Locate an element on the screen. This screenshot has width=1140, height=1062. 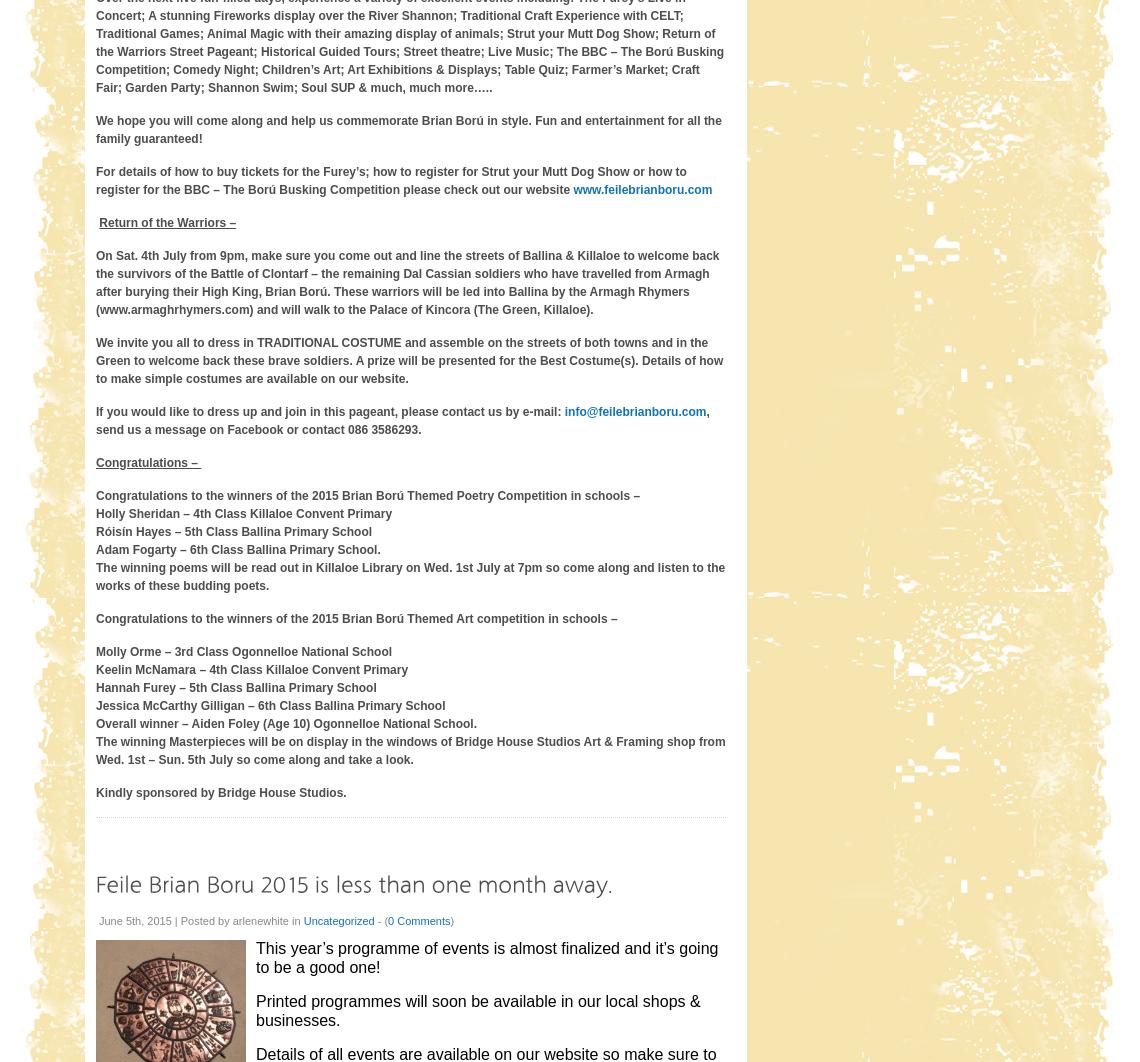
'Return of the Warriors –' is located at coordinates (167, 221).